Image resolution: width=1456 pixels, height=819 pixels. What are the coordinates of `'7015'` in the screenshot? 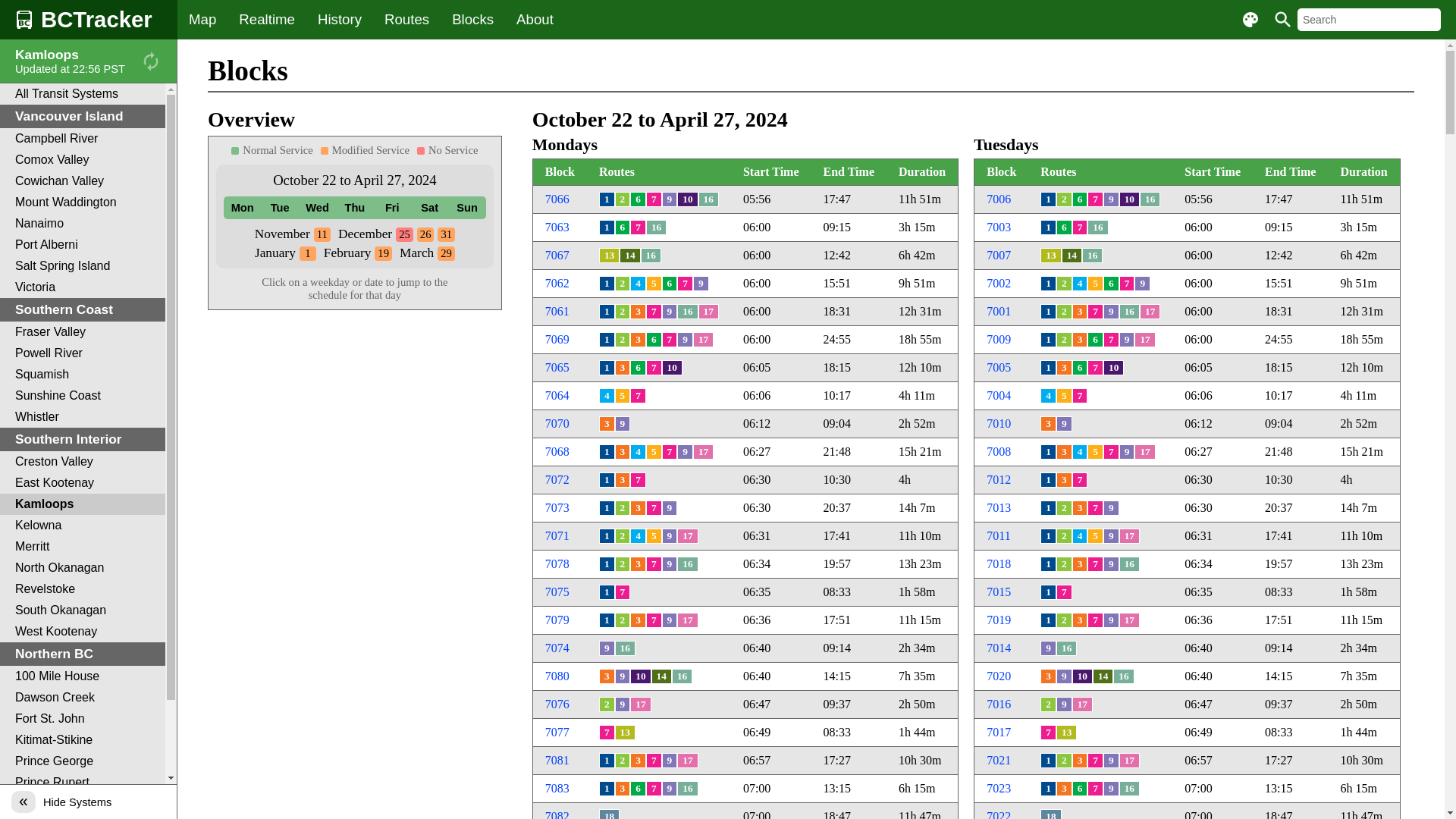 It's located at (998, 591).